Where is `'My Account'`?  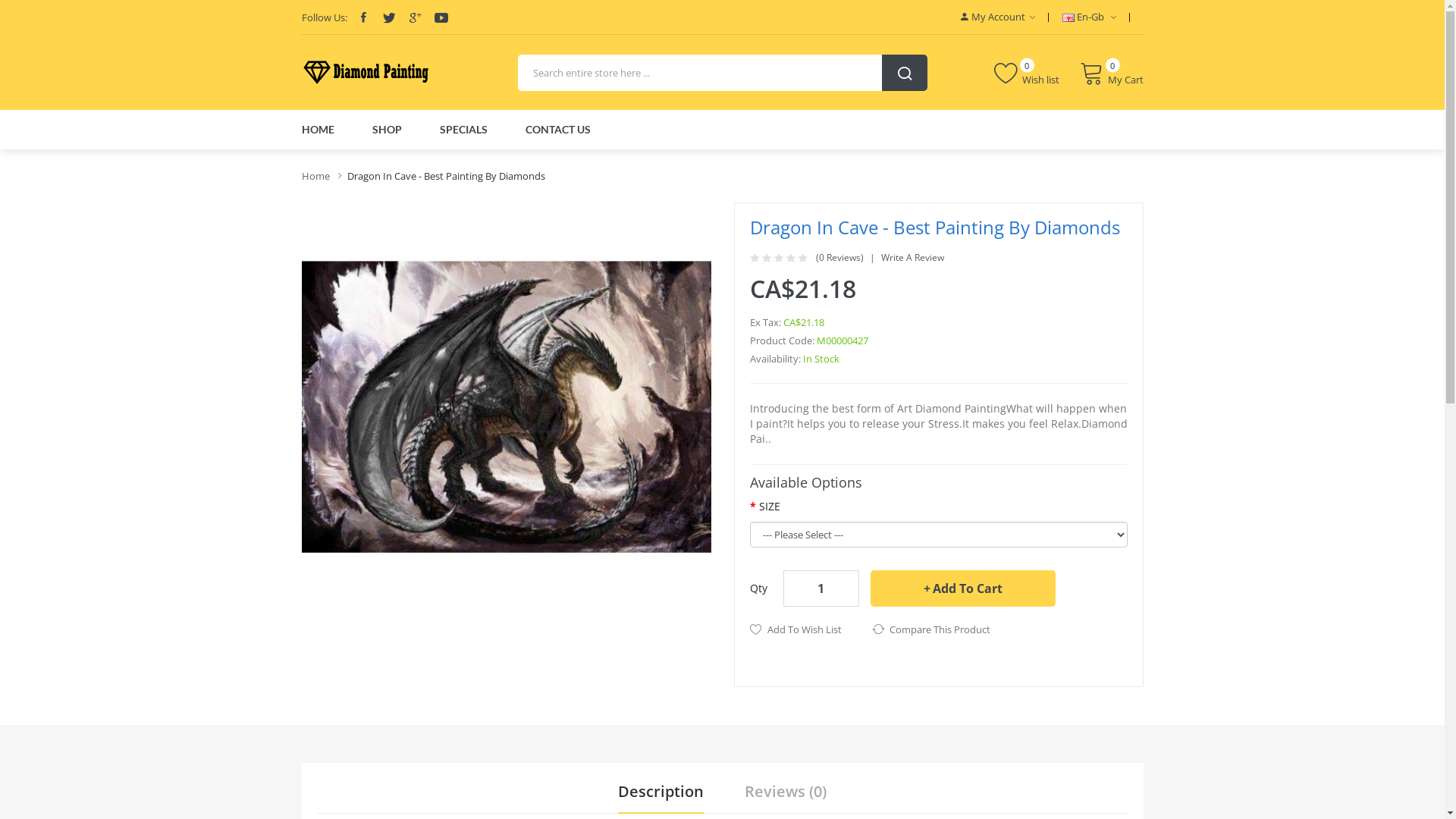 'My Account' is located at coordinates (997, 17).